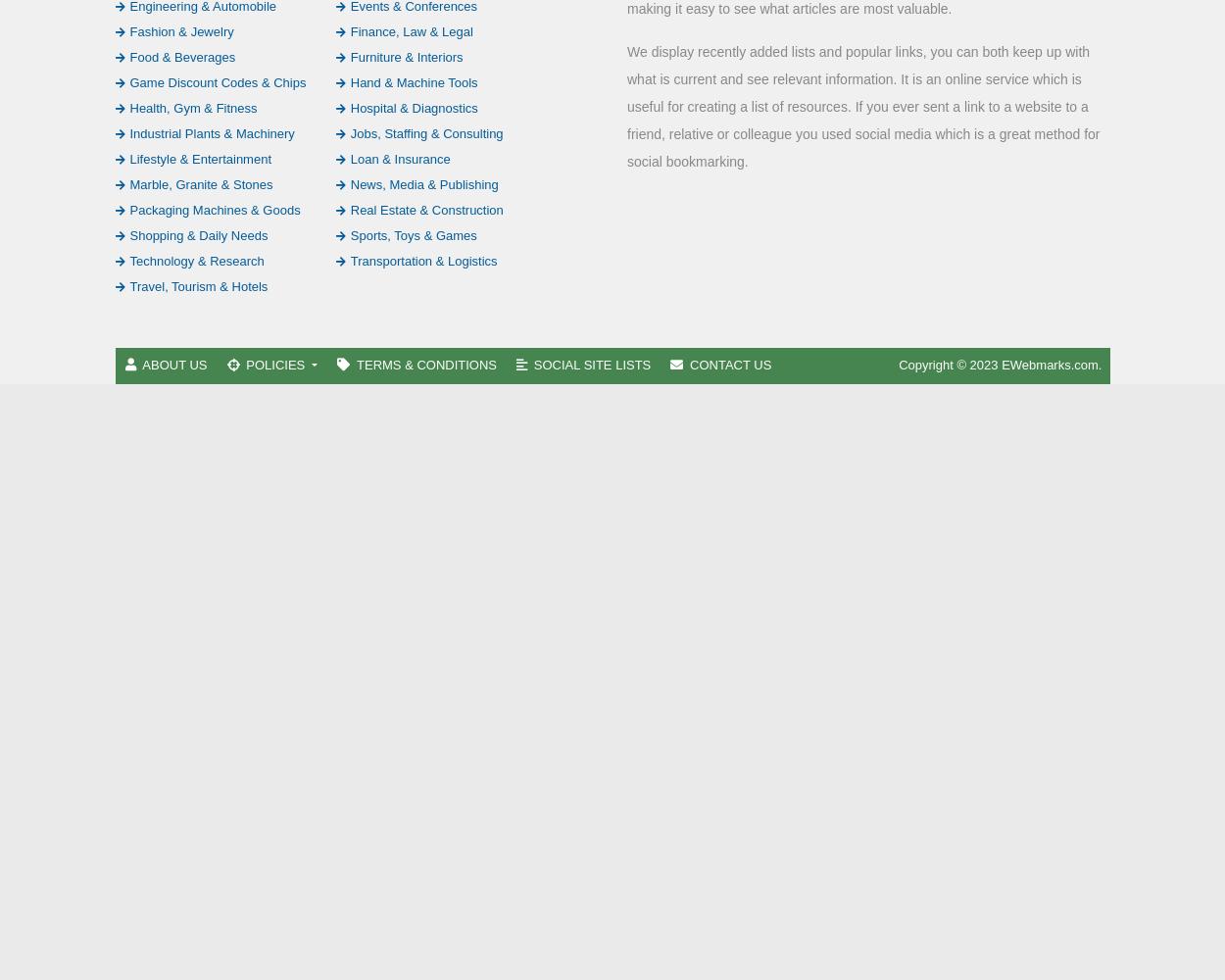 The height and width of the screenshot is (980, 1225). Describe the element at coordinates (591, 363) in the screenshot. I see `'Social Site Lists'` at that location.